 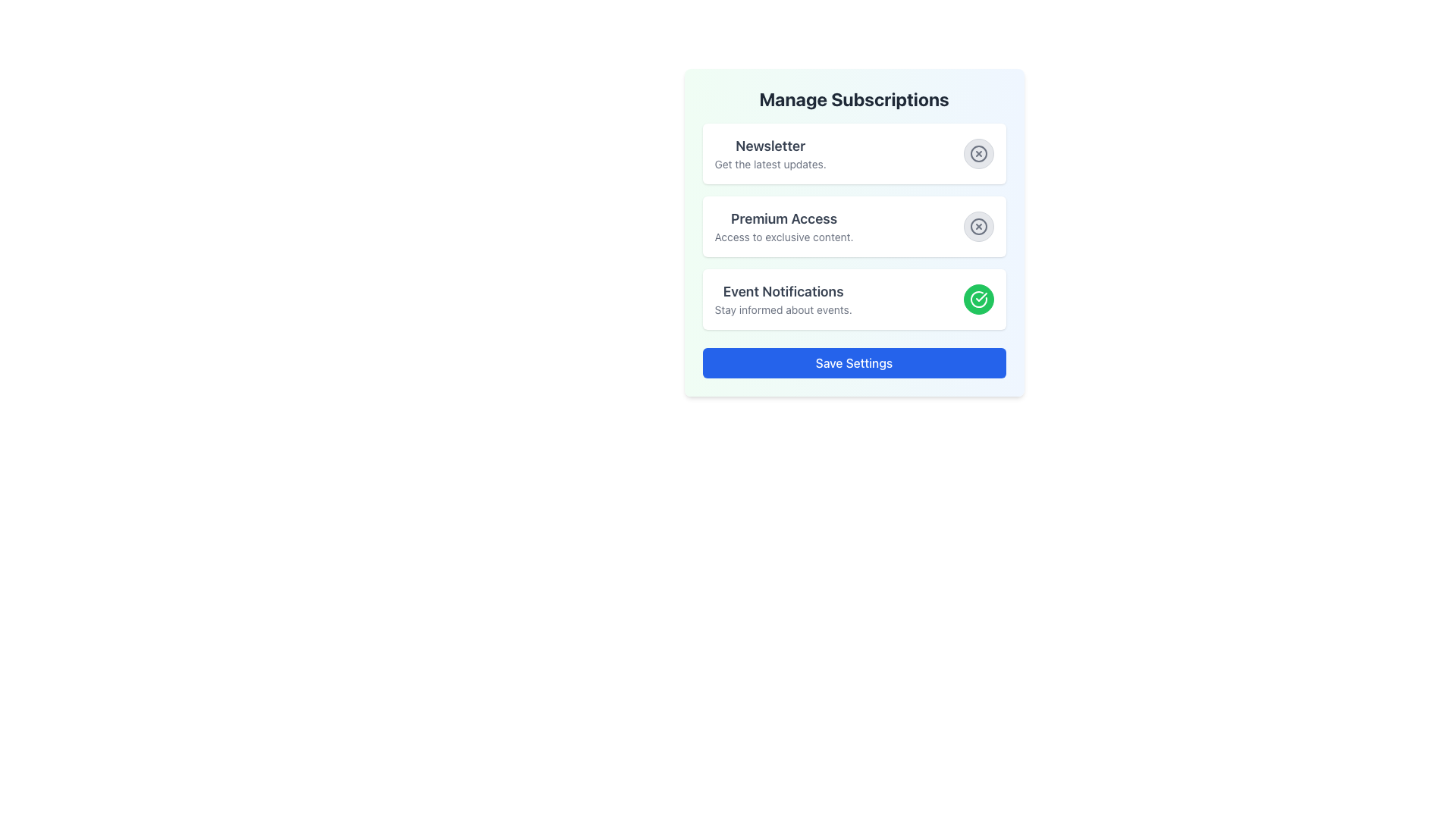 I want to click on the circular graphical icon component with a gray outline and white-filled center, located under the 'Premium Access' label in the second item of a vertically stacked list, so click(x=978, y=227).